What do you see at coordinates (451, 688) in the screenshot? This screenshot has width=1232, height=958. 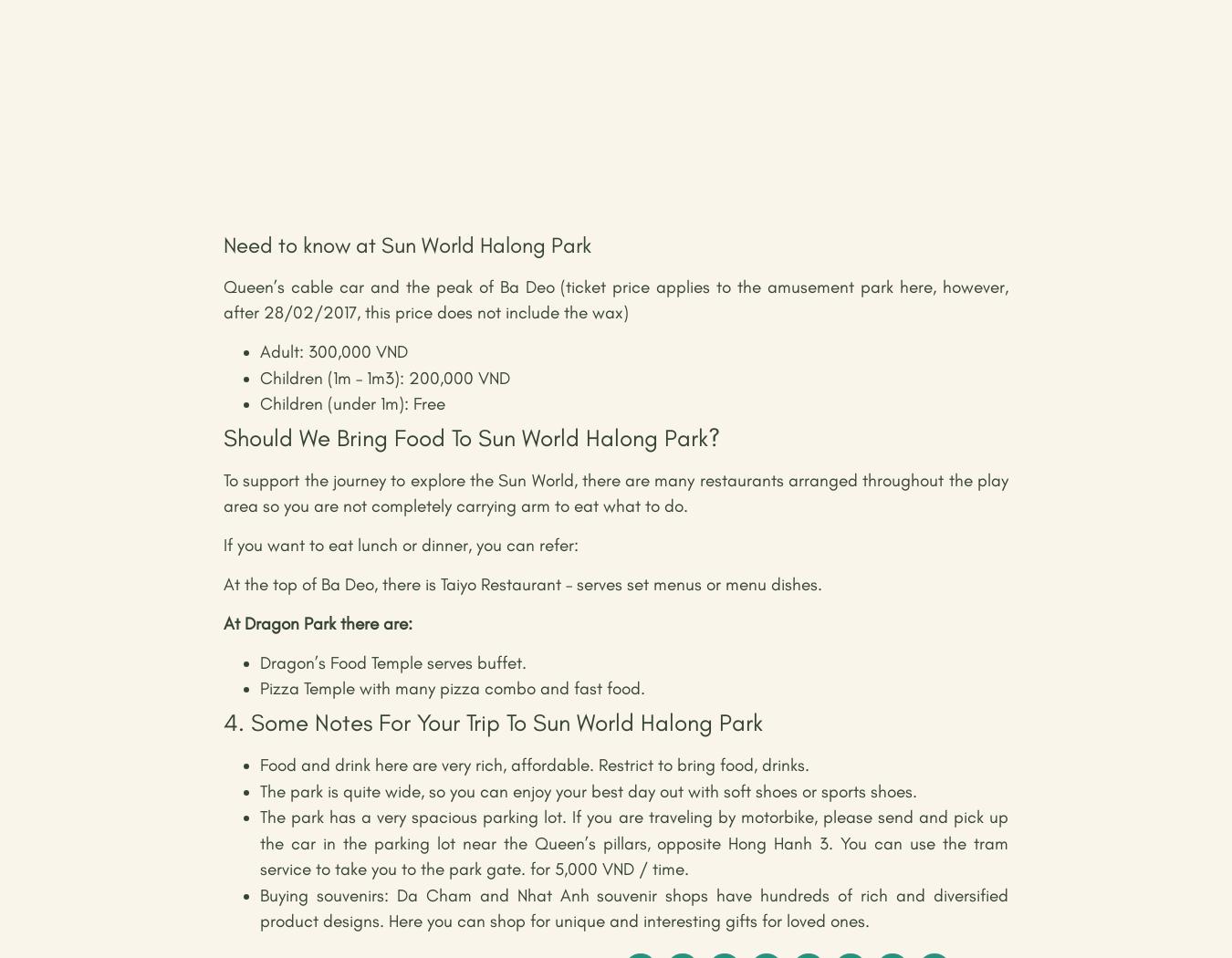 I see `'Pizza Temple with many pizza combo and fast food.'` at bounding box center [451, 688].